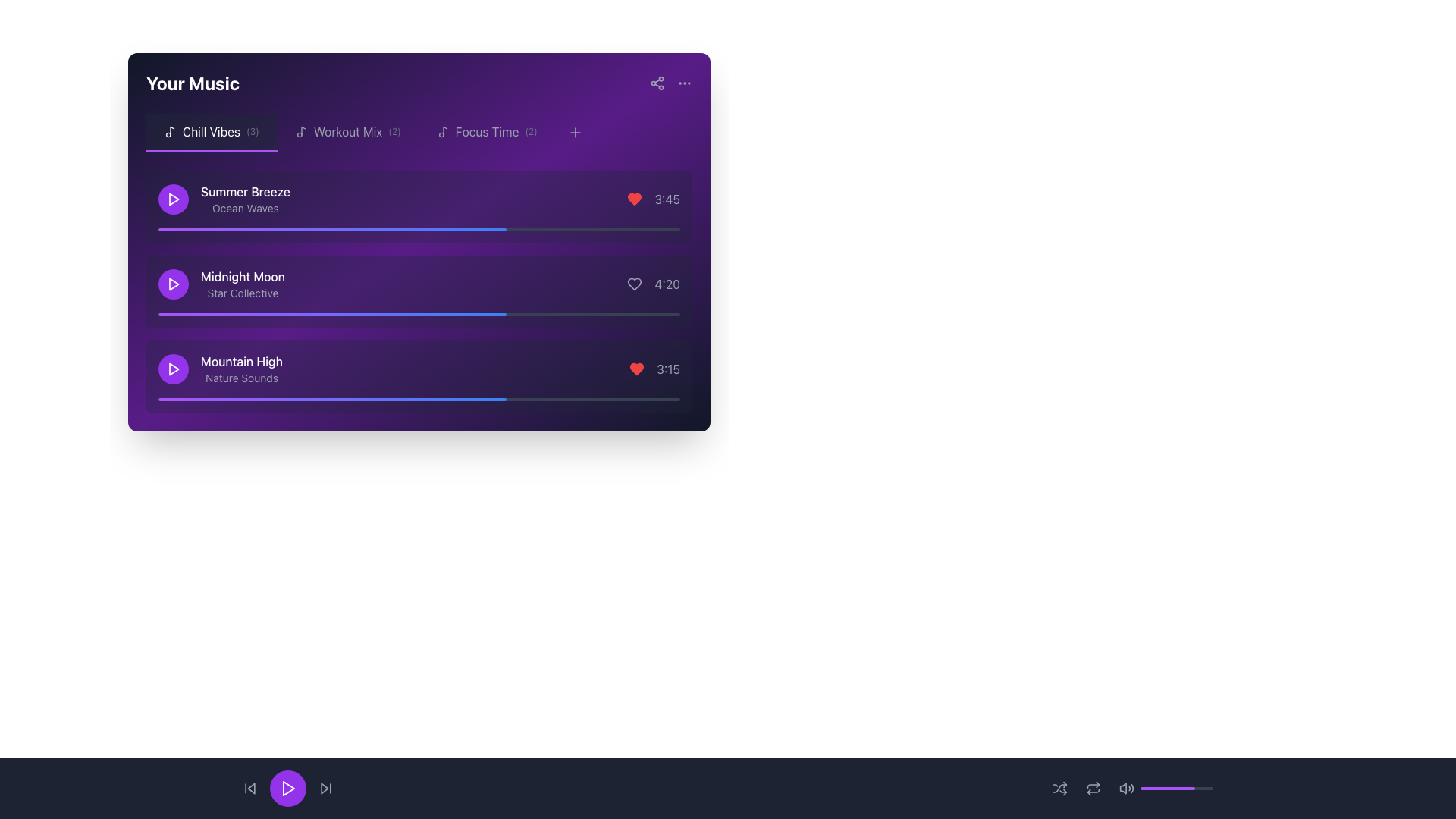  Describe the element at coordinates (174, 369) in the screenshot. I see `the circular purple button with a white play icon to play the track 'Mountain High - Nature Sounds'` at that location.